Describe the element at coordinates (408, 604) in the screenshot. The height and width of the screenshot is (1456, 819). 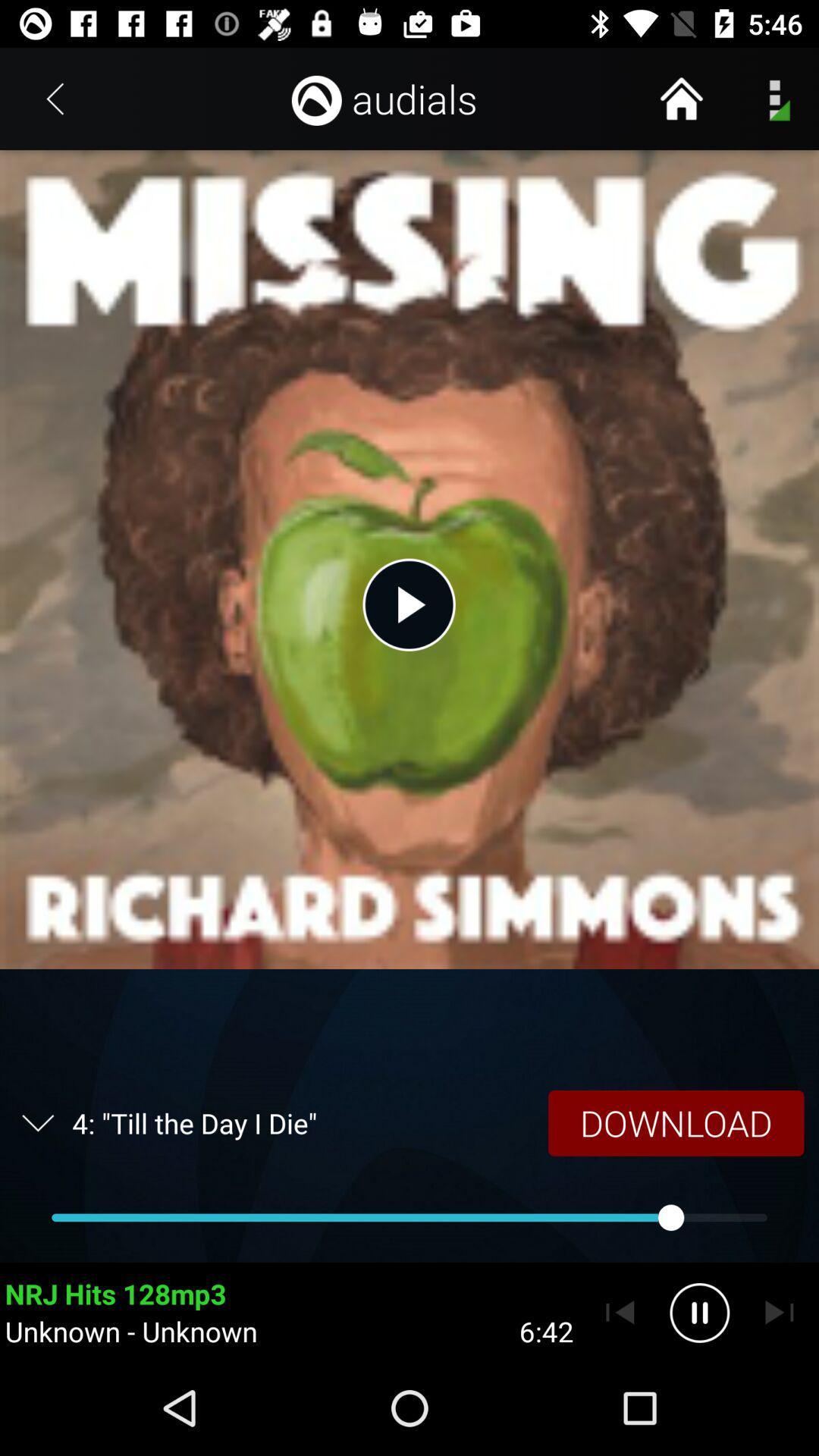
I see `press to play` at that location.